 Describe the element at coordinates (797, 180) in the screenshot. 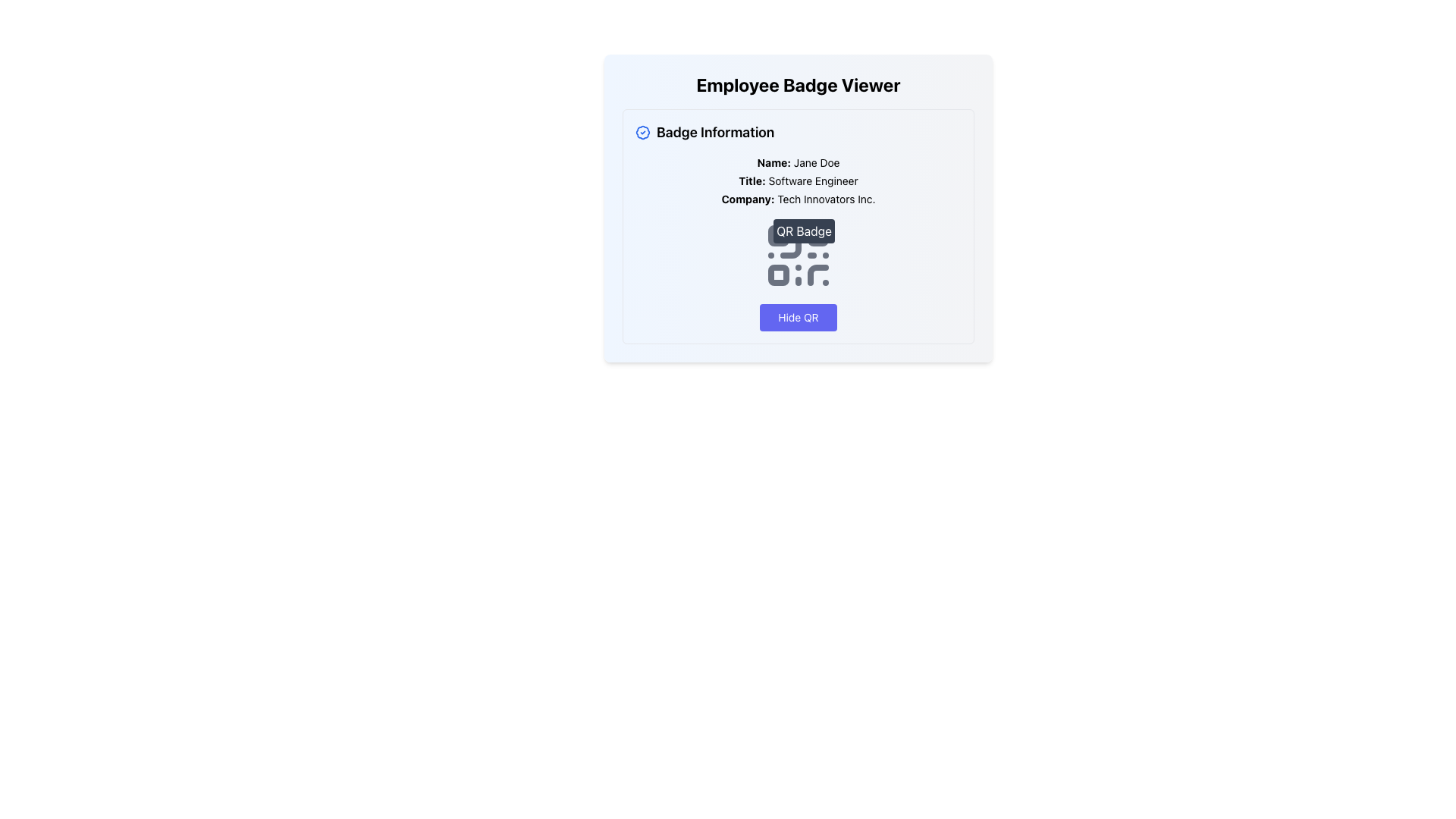

I see `the text label displaying 'Title: Software Engineer', which is the second line in the employee information section` at that location.